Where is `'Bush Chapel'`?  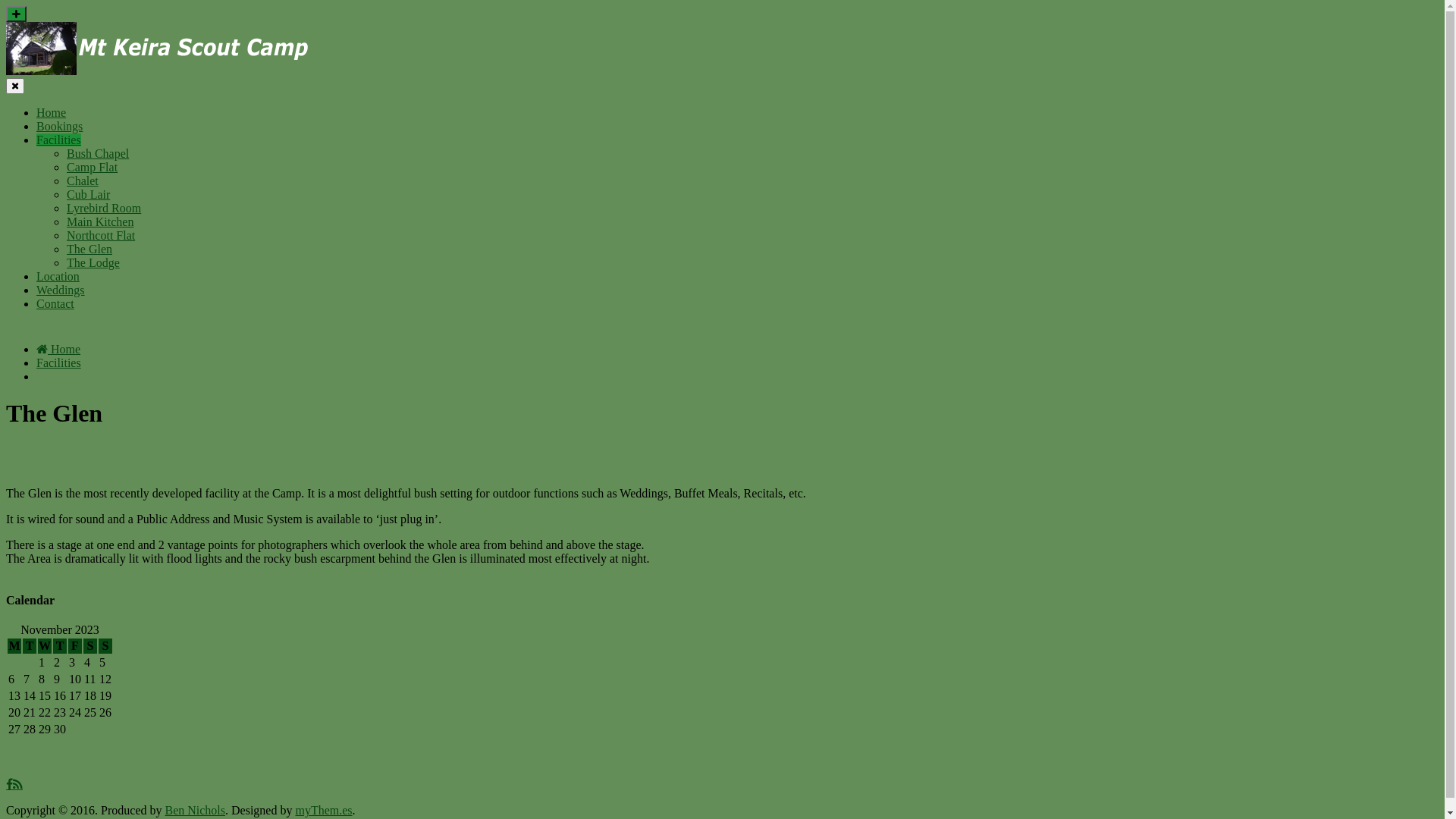 'Bush Chapel' is located at coordinates (97, 153).